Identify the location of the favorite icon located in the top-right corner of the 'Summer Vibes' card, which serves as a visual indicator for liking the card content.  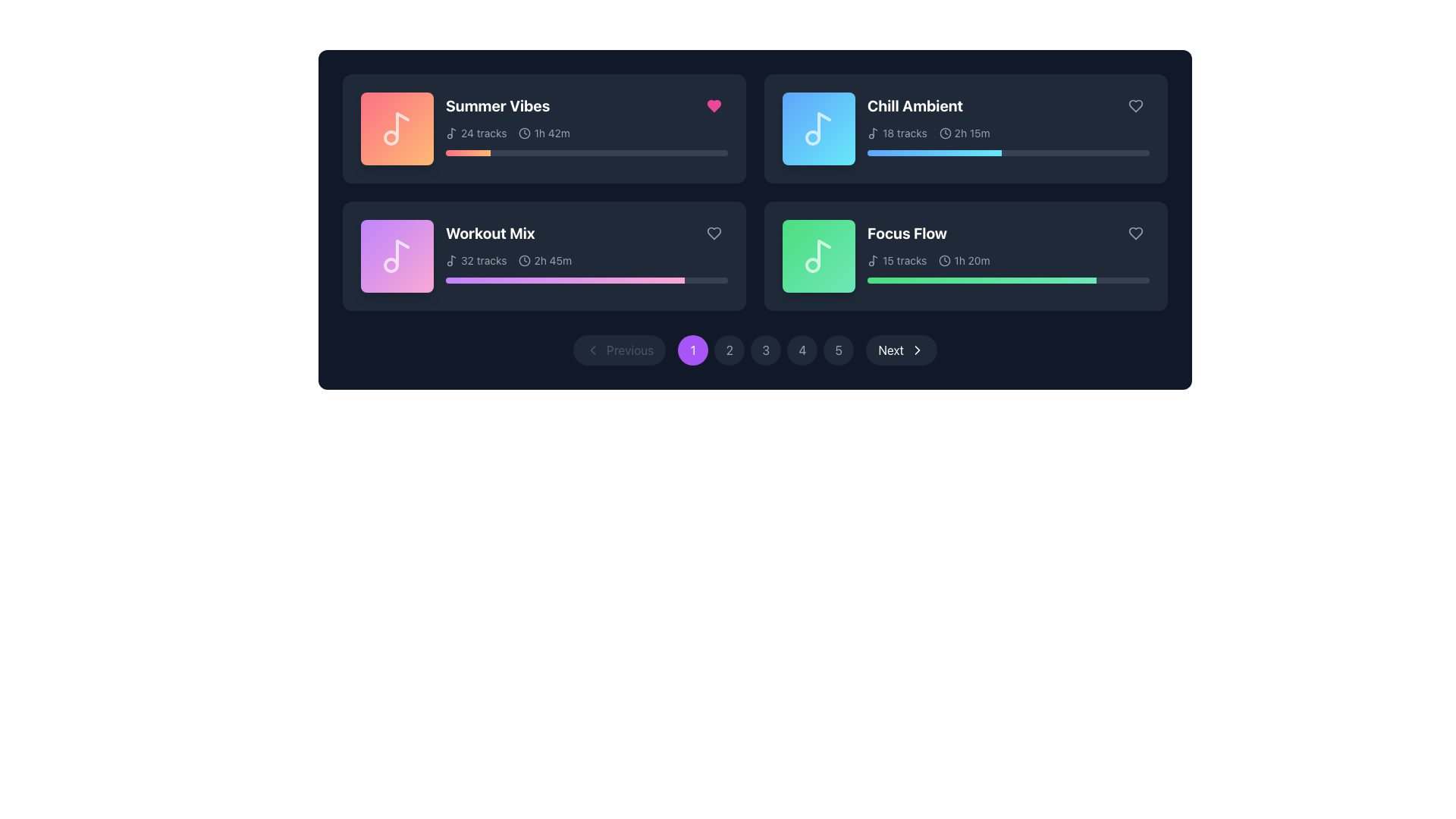
(713, 105).